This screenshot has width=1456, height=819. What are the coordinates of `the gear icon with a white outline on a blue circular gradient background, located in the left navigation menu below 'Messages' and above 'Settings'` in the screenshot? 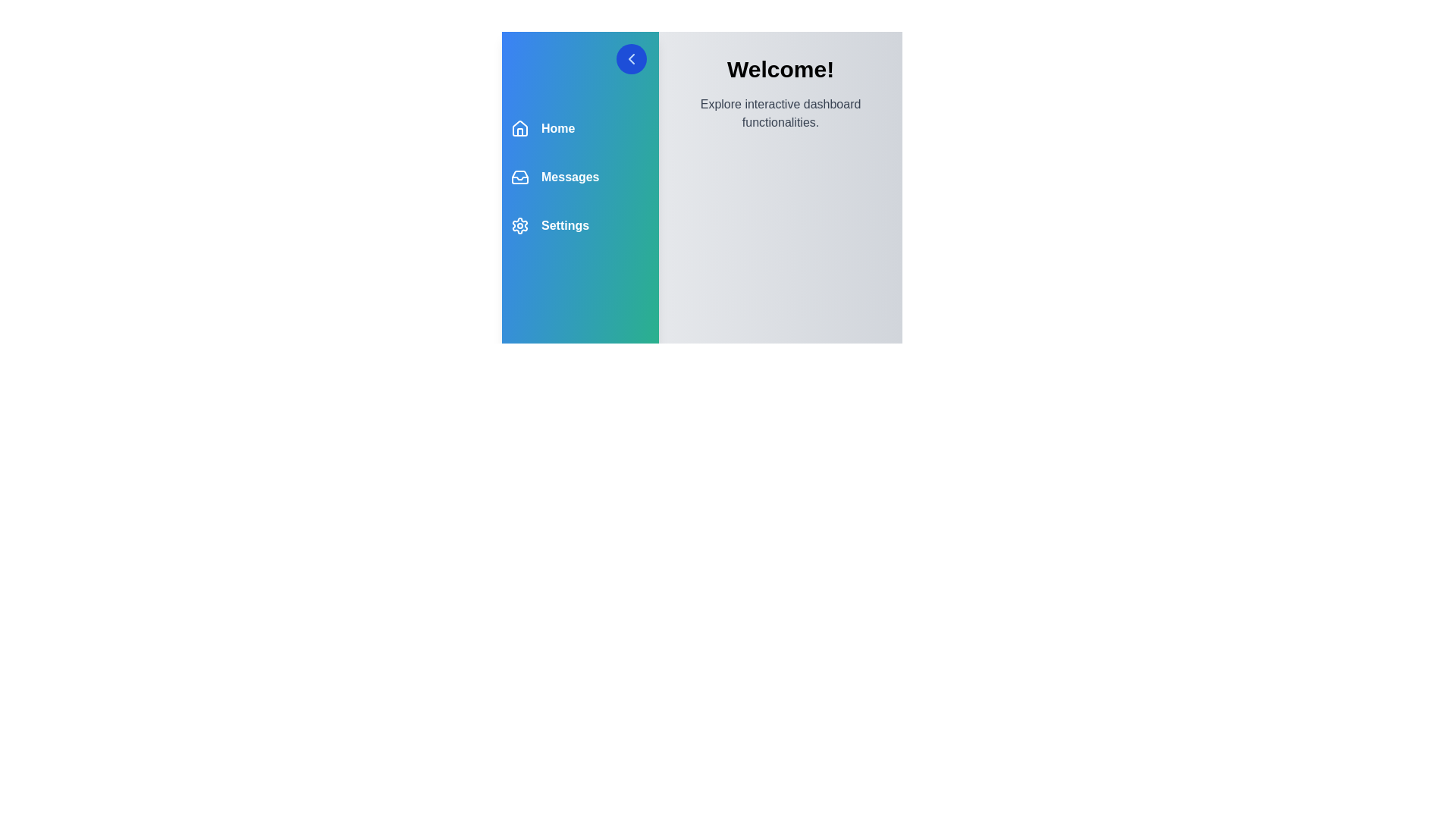 It's located at (520, 225).